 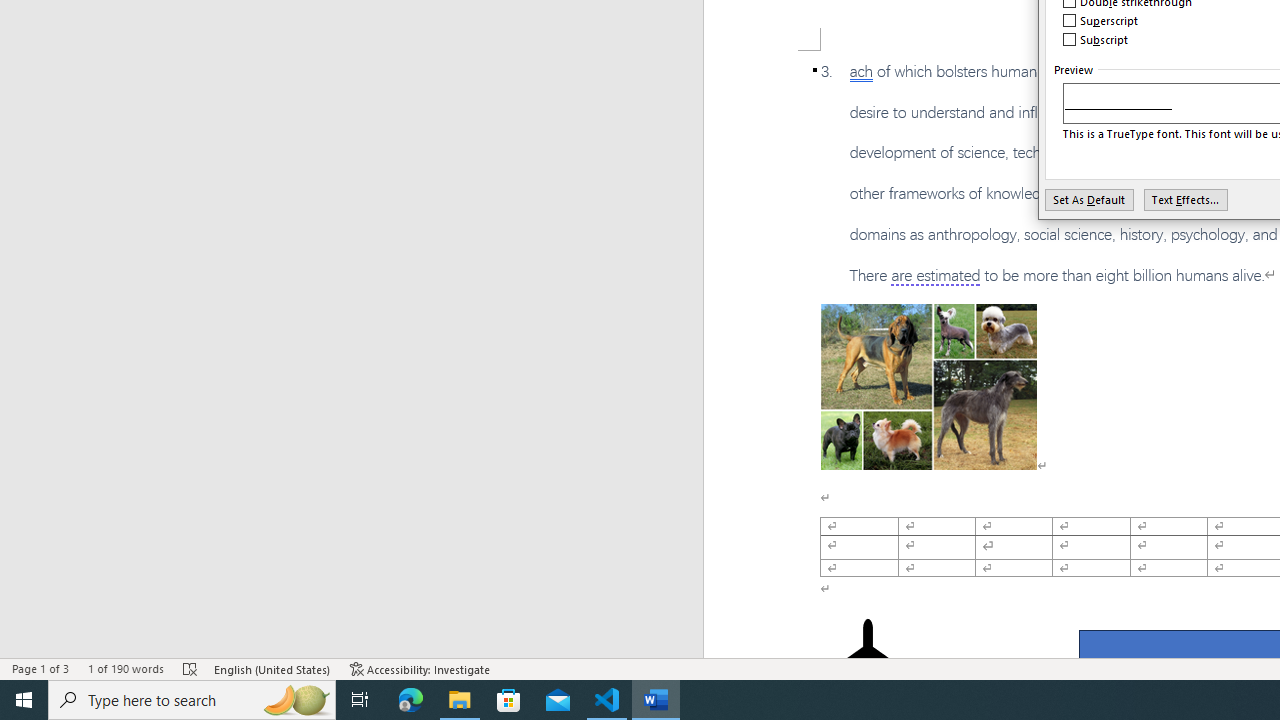 What do you see at coordinates (410, 698) in the screenshot?
I see `'Microsoft Edge'` at bounding box center [410, 698].